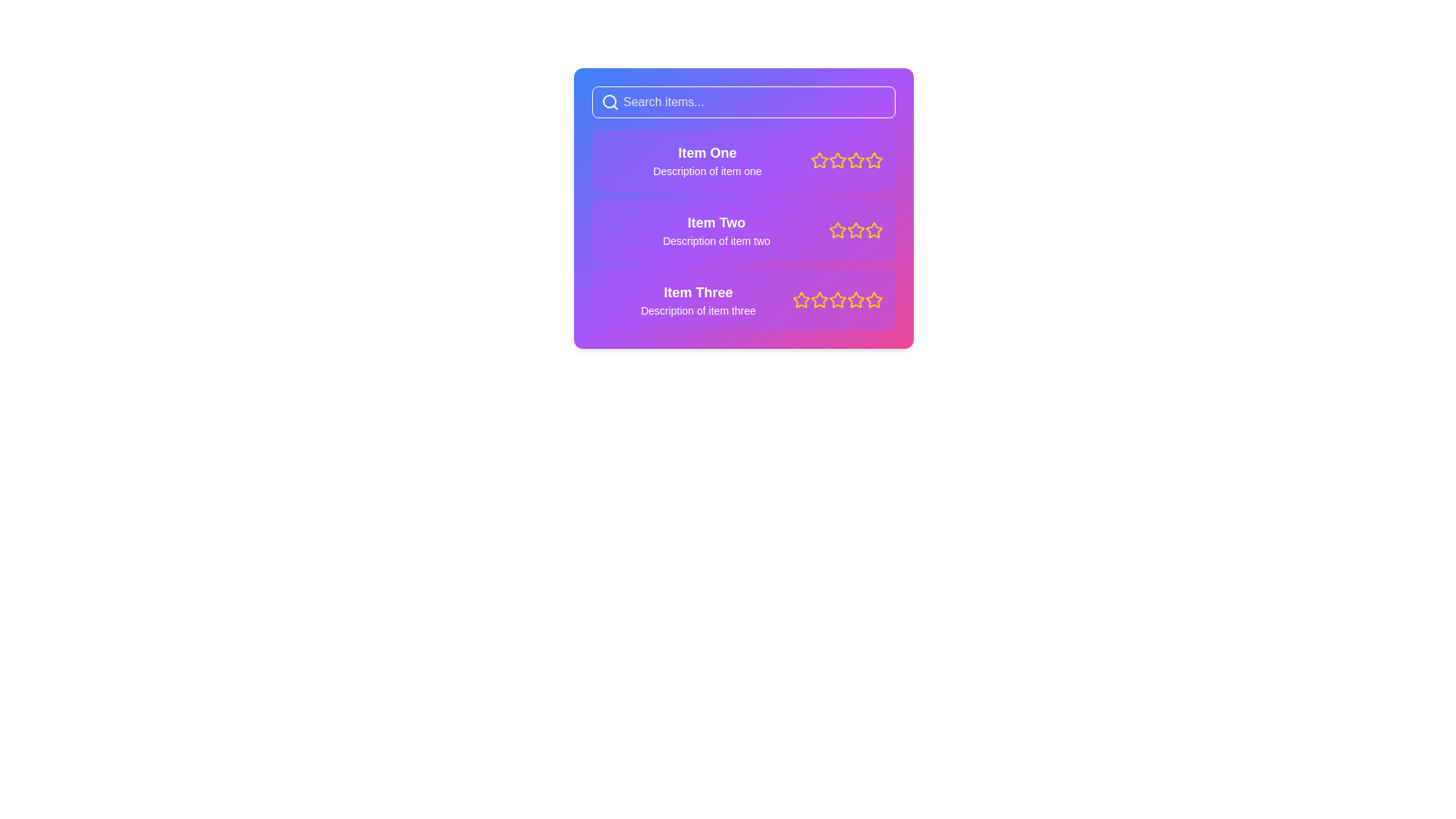 The width and height of the screenshot is (1456, 819). I want to click on text information from the Informational card element displaying details about 'Item Two', which is the second card in a vertical list of similar cards, so click(716, 231).